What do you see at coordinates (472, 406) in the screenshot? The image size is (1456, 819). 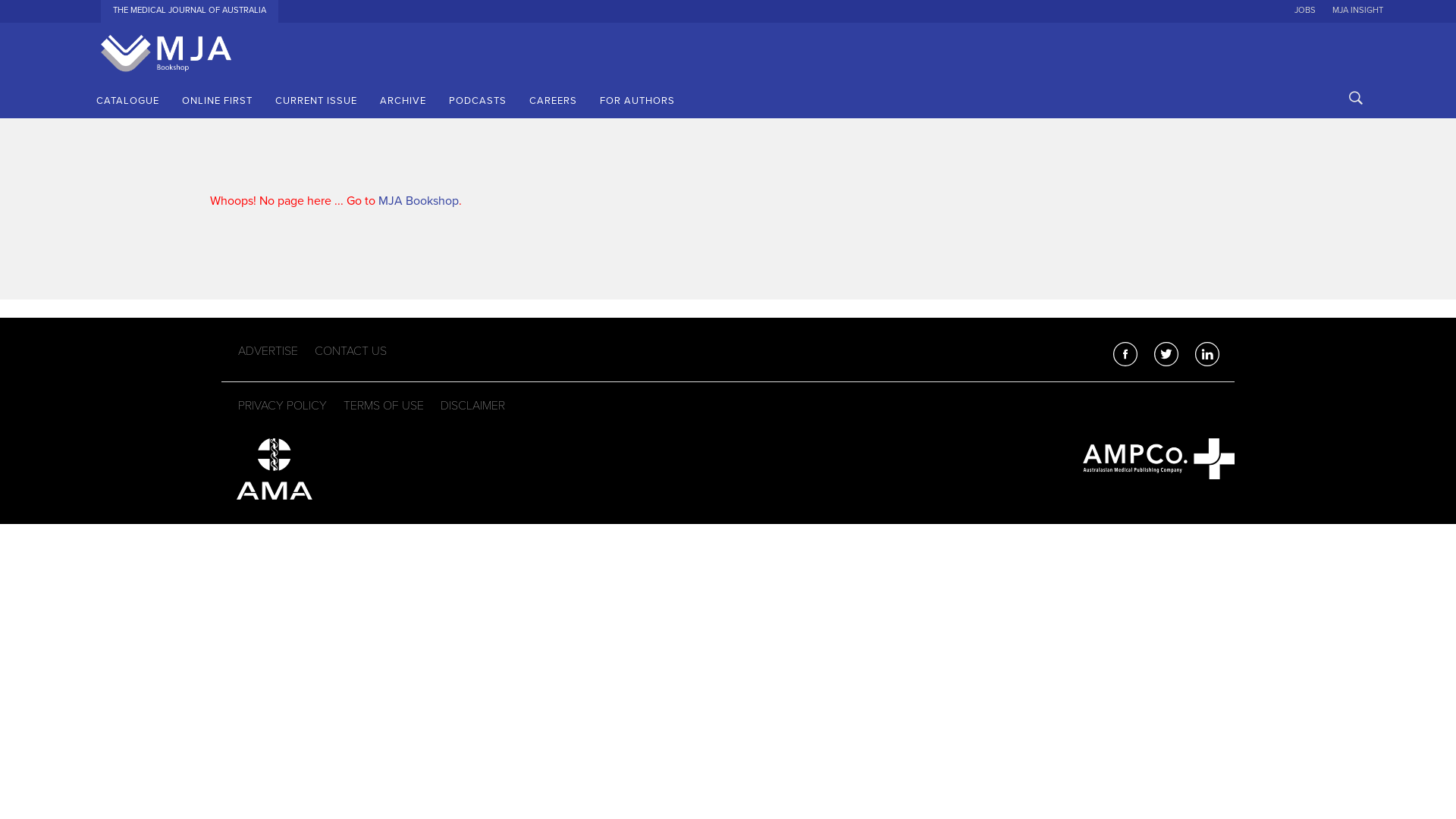 I see `'DISCLAIMER'` at bounding box center [472, 406].